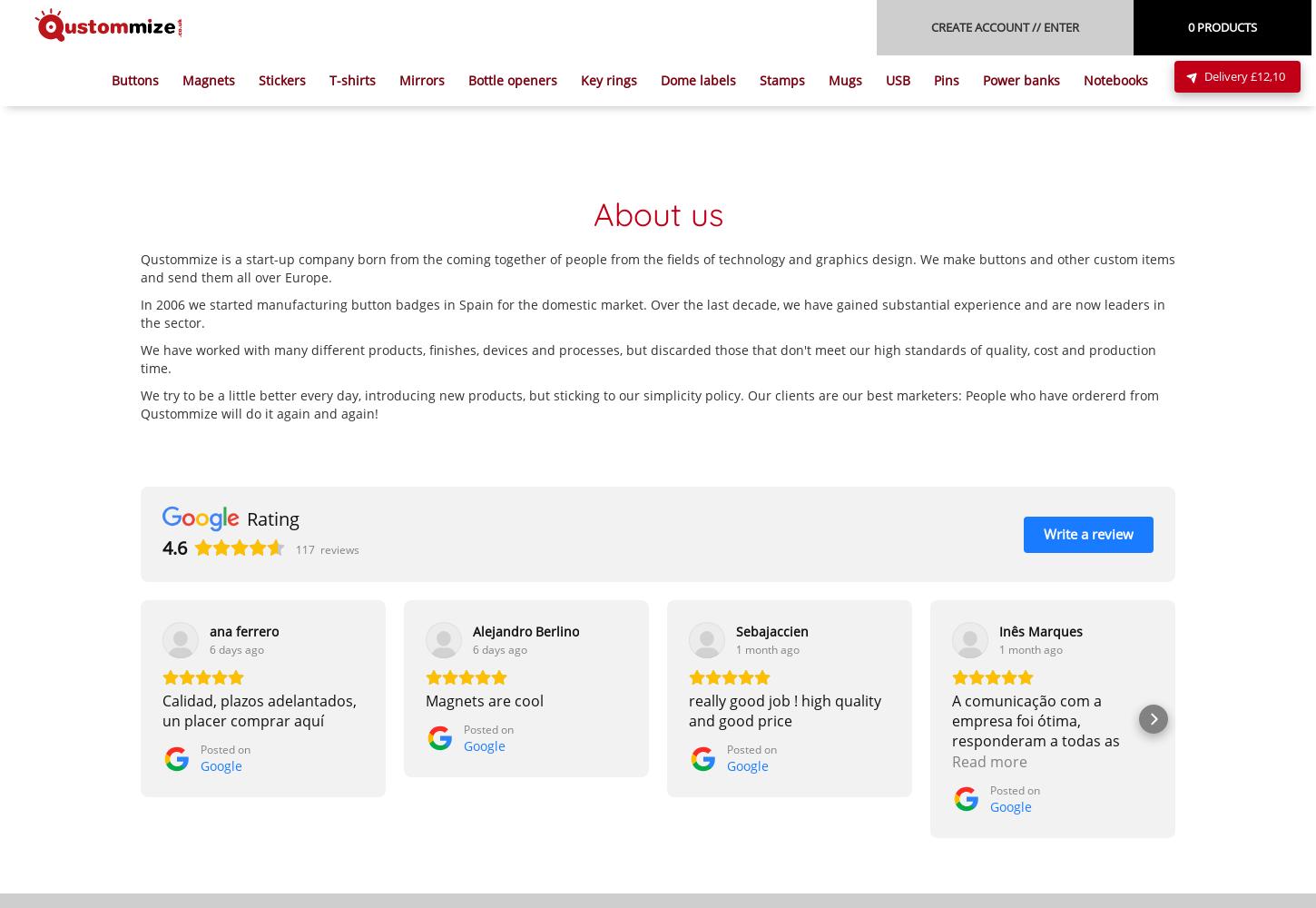 This screenshot has height=908, width=1316. I want to click on 'reviews', so click(339, 548).